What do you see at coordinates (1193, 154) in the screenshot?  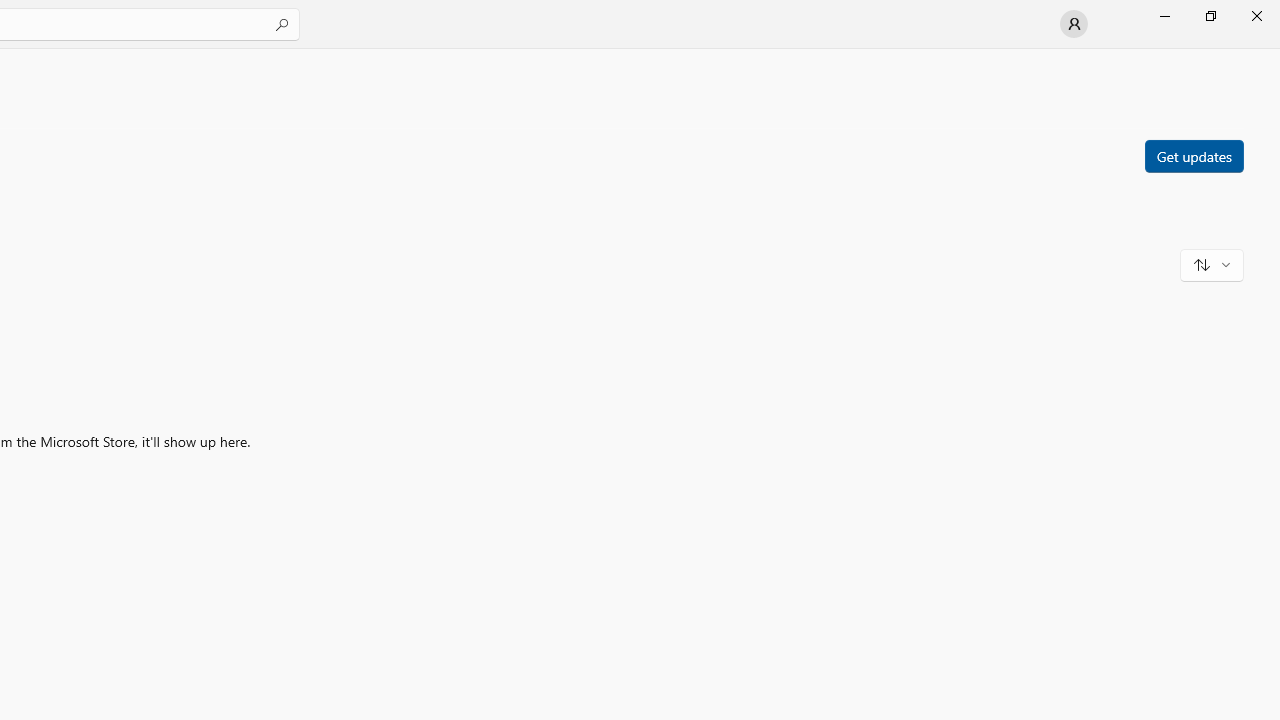 I see `'Get updates'` at bounding box center [1193, 154].